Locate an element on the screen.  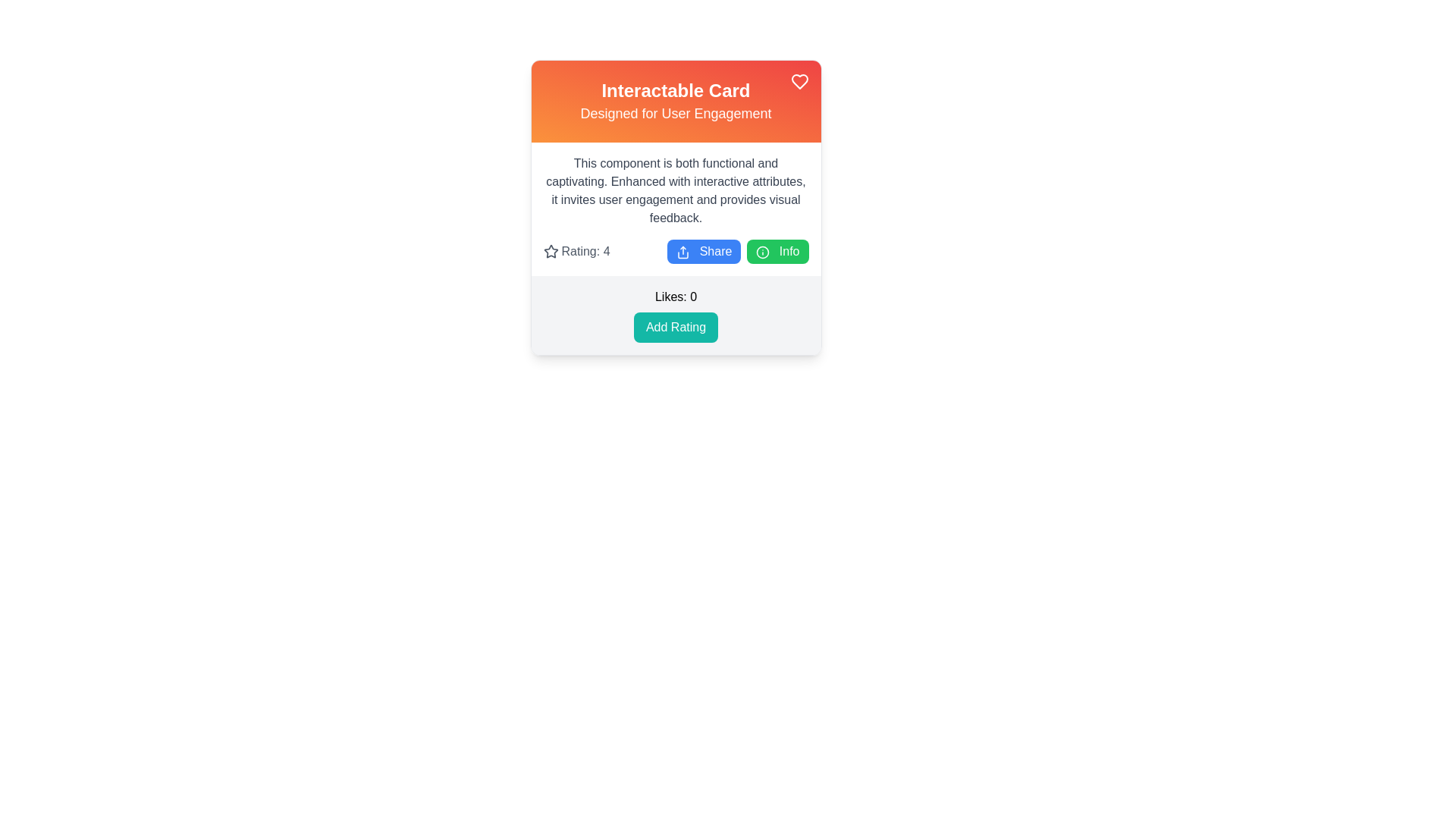
the blue 'Share' button with rounded corners that features an upward arrow icon on the left to share the content is located at coordinates (703, 250).